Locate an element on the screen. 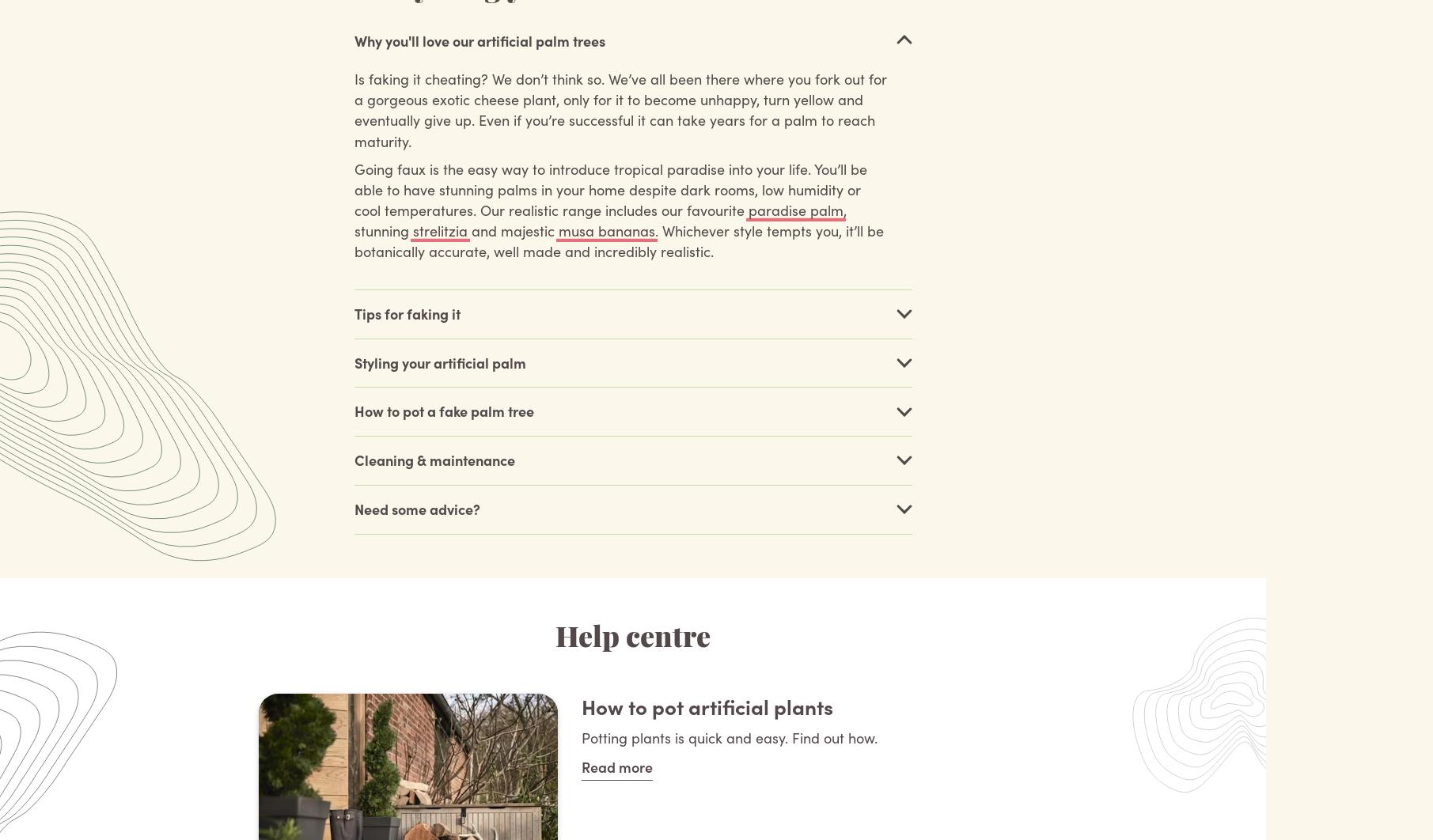 The height and width of the screenshot is (840, 1433). 'and majestic' is located at coordinates (512, 229).